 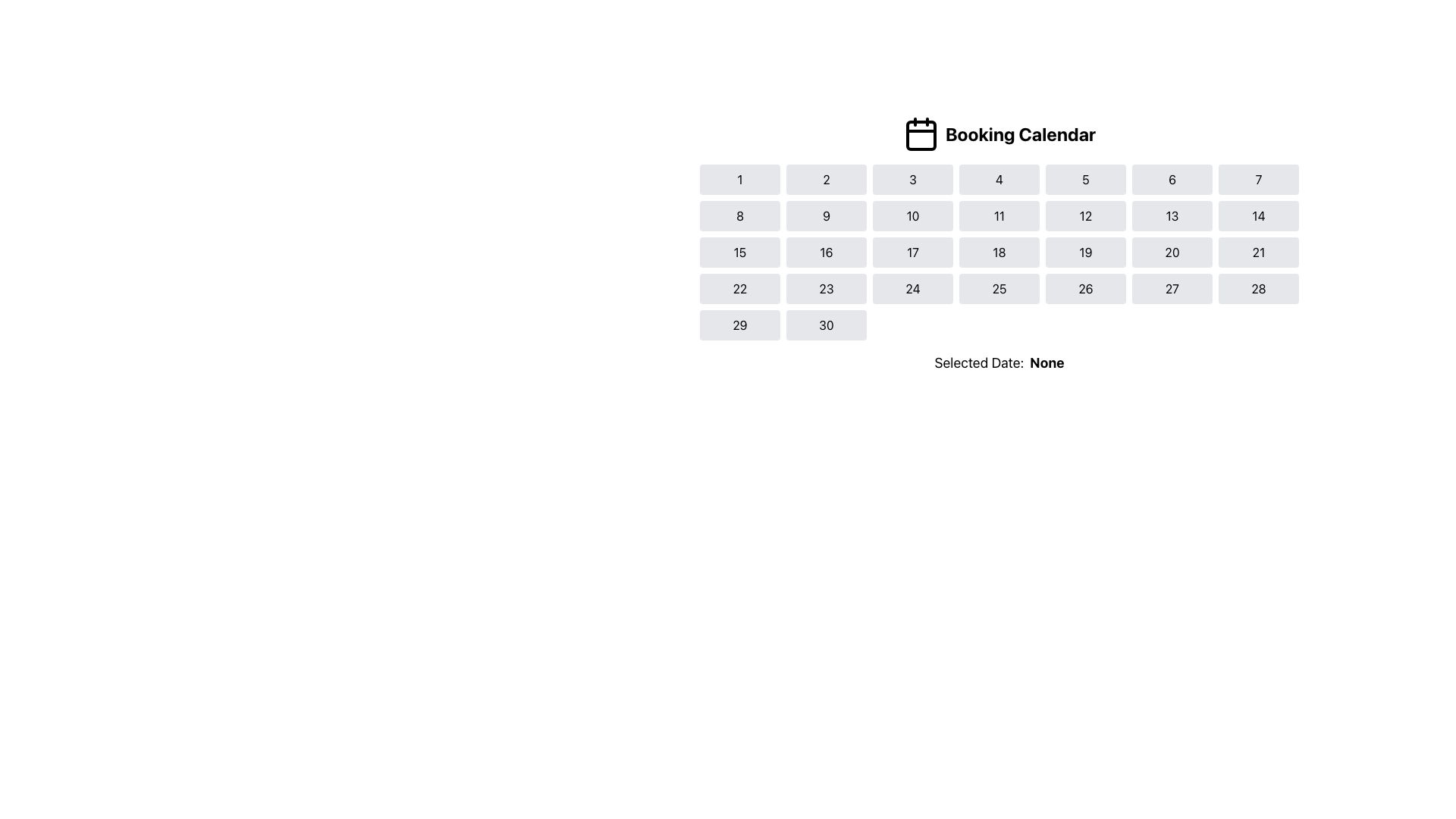 What do you see at coordinates (825, 216) in the screenshot?
I see `the button located in the second row and second column of the calendar interface` at bounding box center [825, 216].